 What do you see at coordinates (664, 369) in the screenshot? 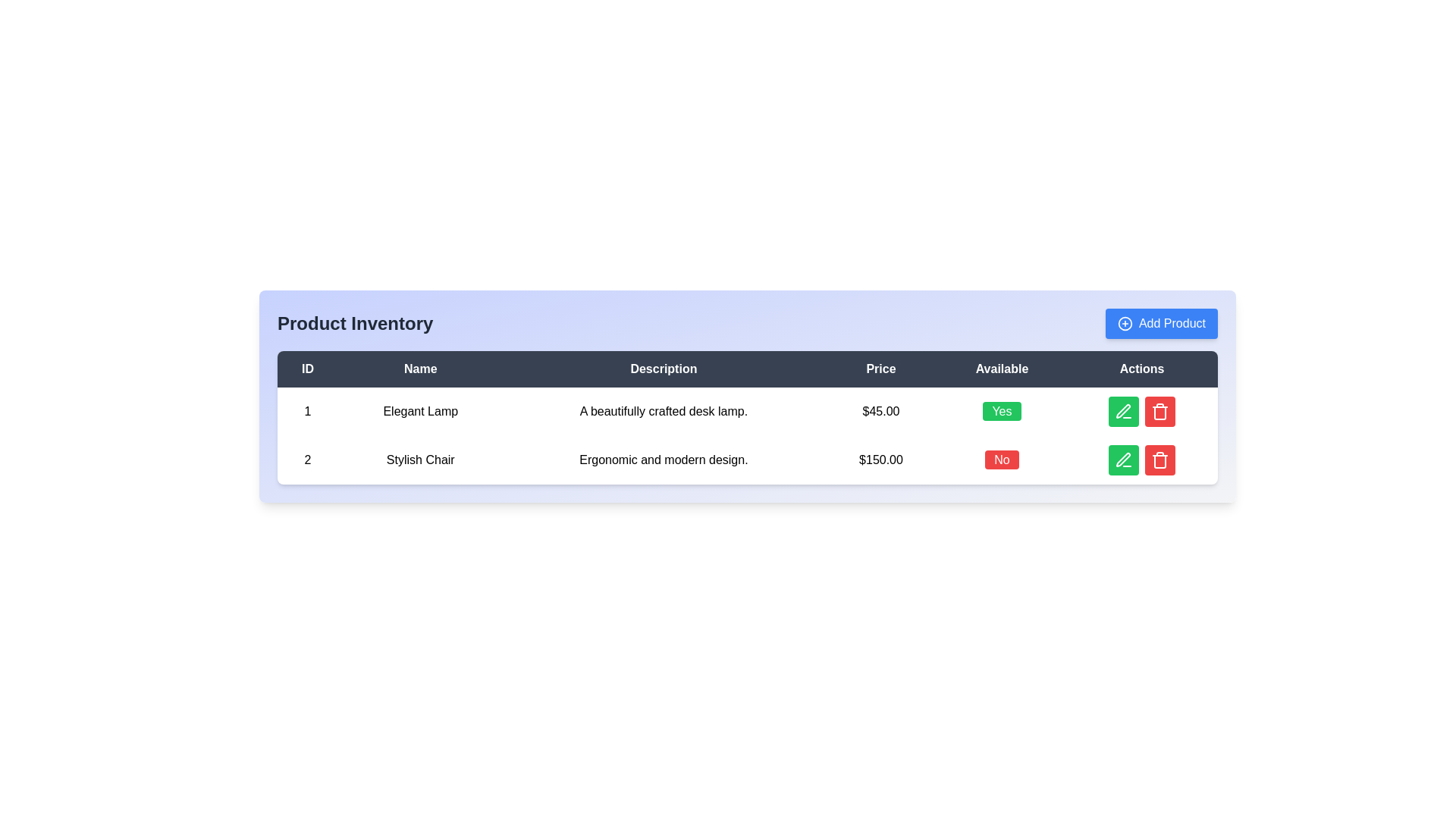
I see `the 'Description' table header, which is styled with a dark background and light-colored text, located in the third position among six headers in a single row within the table` at bounding box center [664, 369].